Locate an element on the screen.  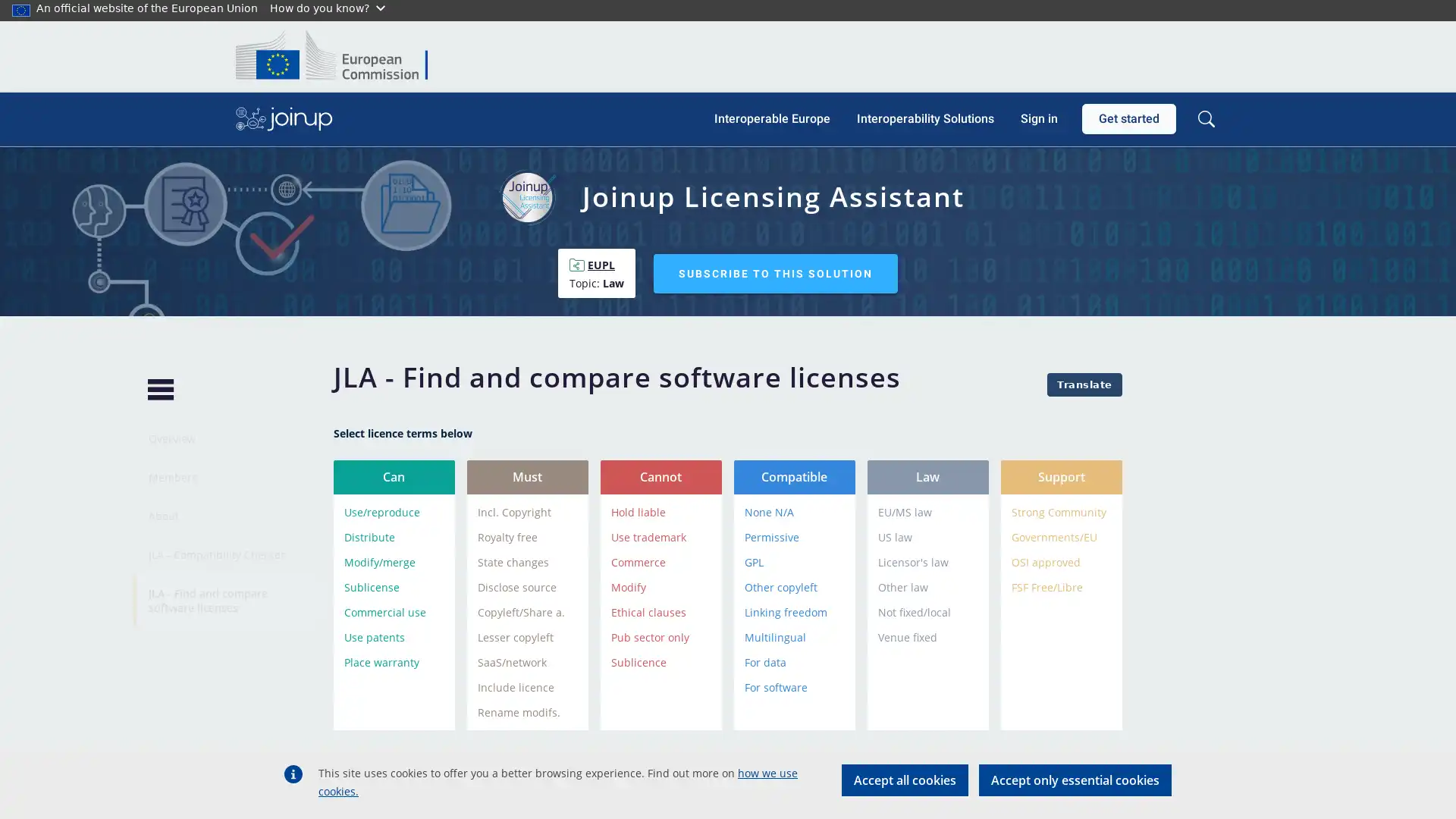
Toggle search box is located at coordinates (1204, 118).